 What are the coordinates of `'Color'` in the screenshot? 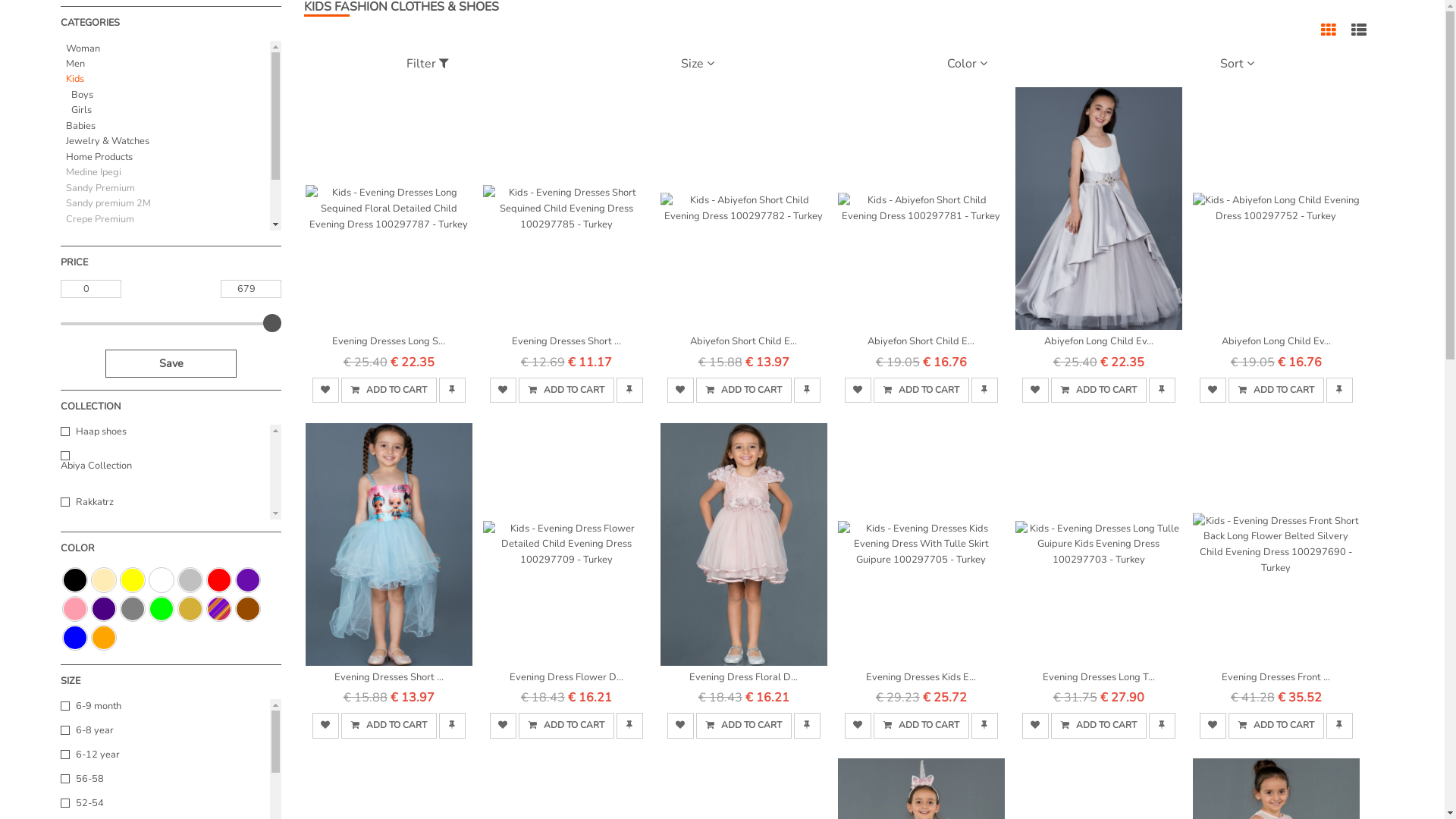 It's located at (966, 63).